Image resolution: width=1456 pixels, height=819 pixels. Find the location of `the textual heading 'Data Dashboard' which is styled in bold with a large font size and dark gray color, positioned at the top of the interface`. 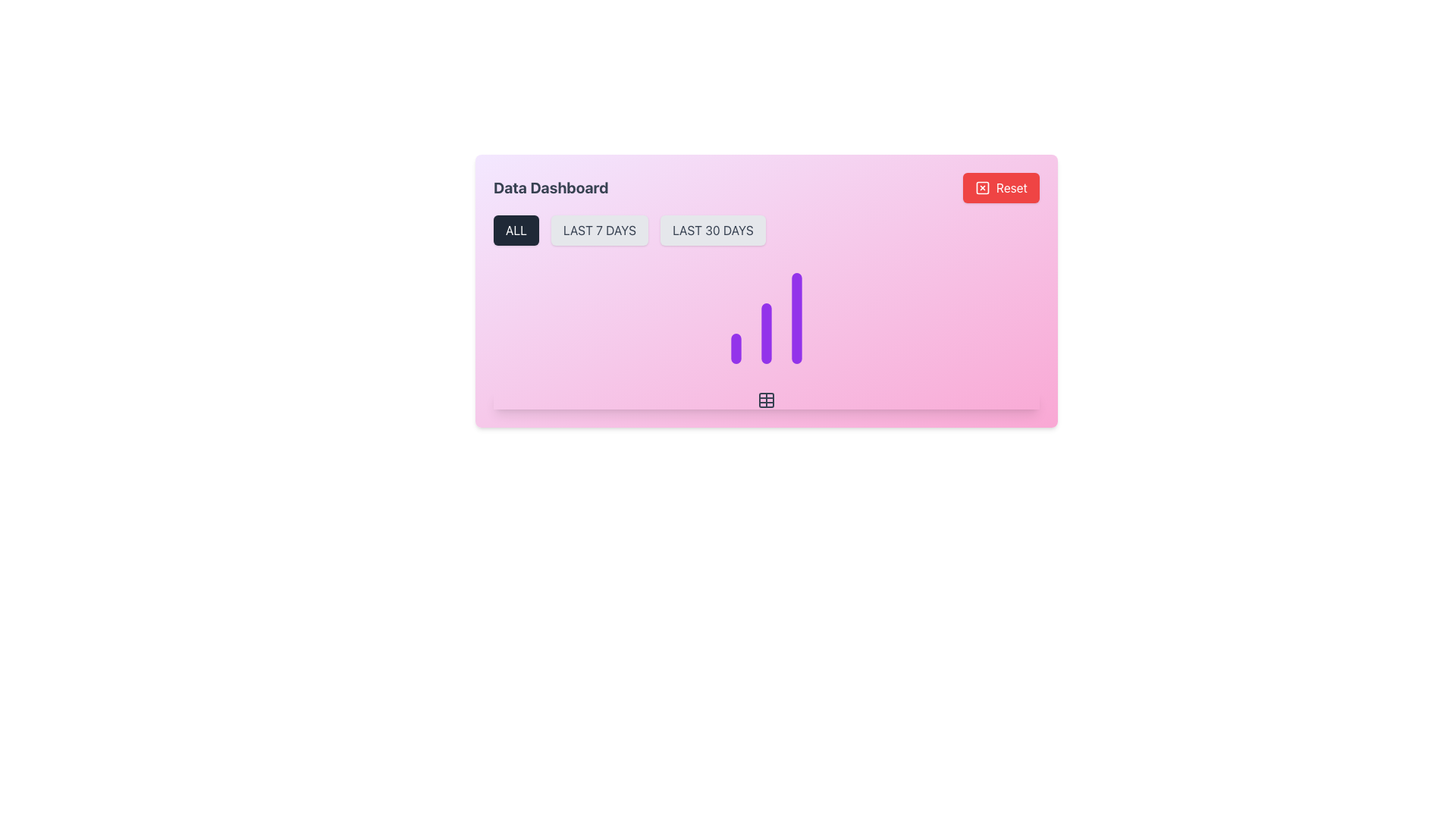

the textual heading 'Data Dashboard' which is styled in bold with a large font size and dark gray color, positioned at the top of the interface is located at coordinates (550, 187).